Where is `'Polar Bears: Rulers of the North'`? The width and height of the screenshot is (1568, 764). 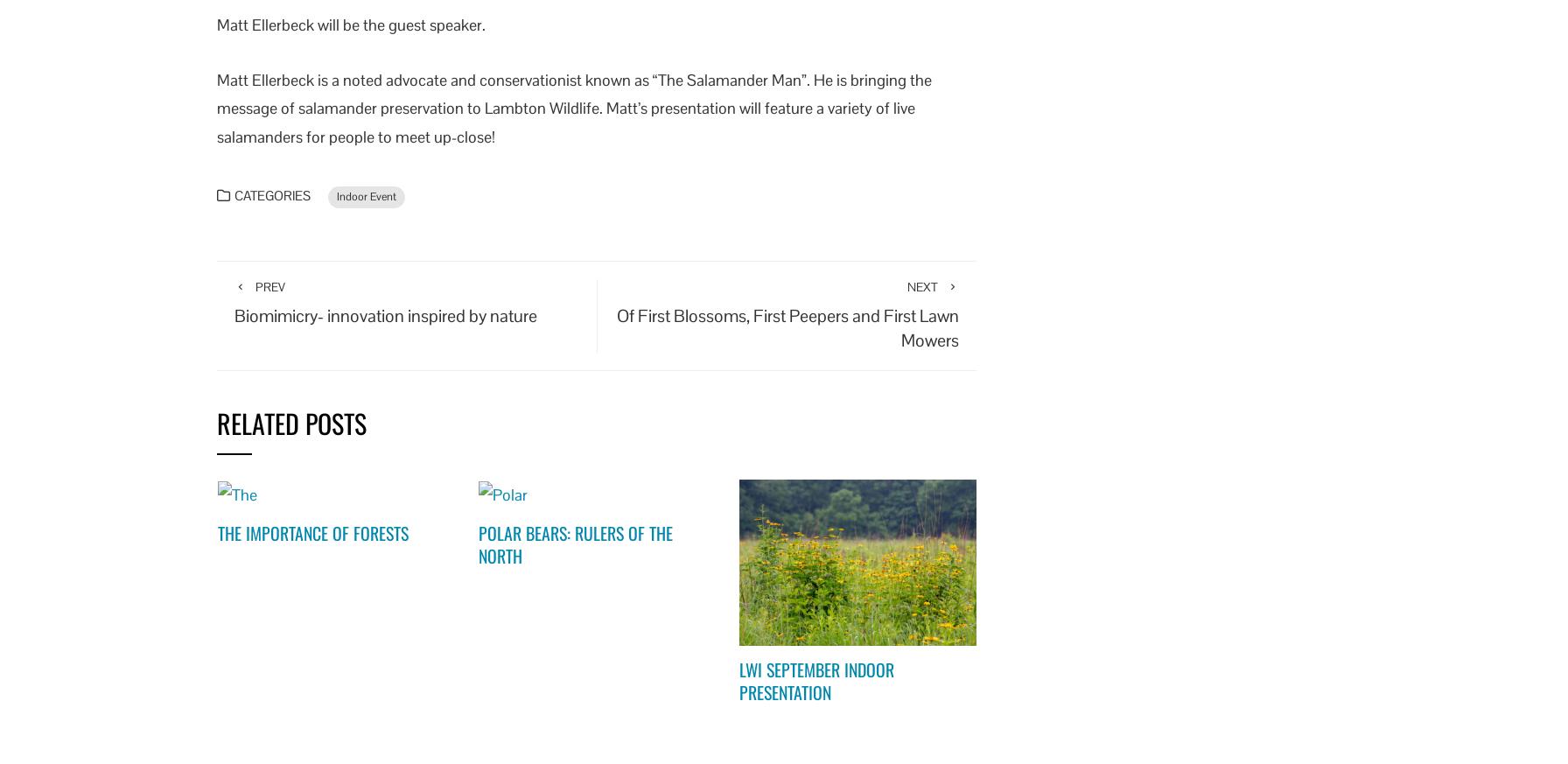
'Polar Bears: Rulers of the North' is located at coordinates (574, 543).